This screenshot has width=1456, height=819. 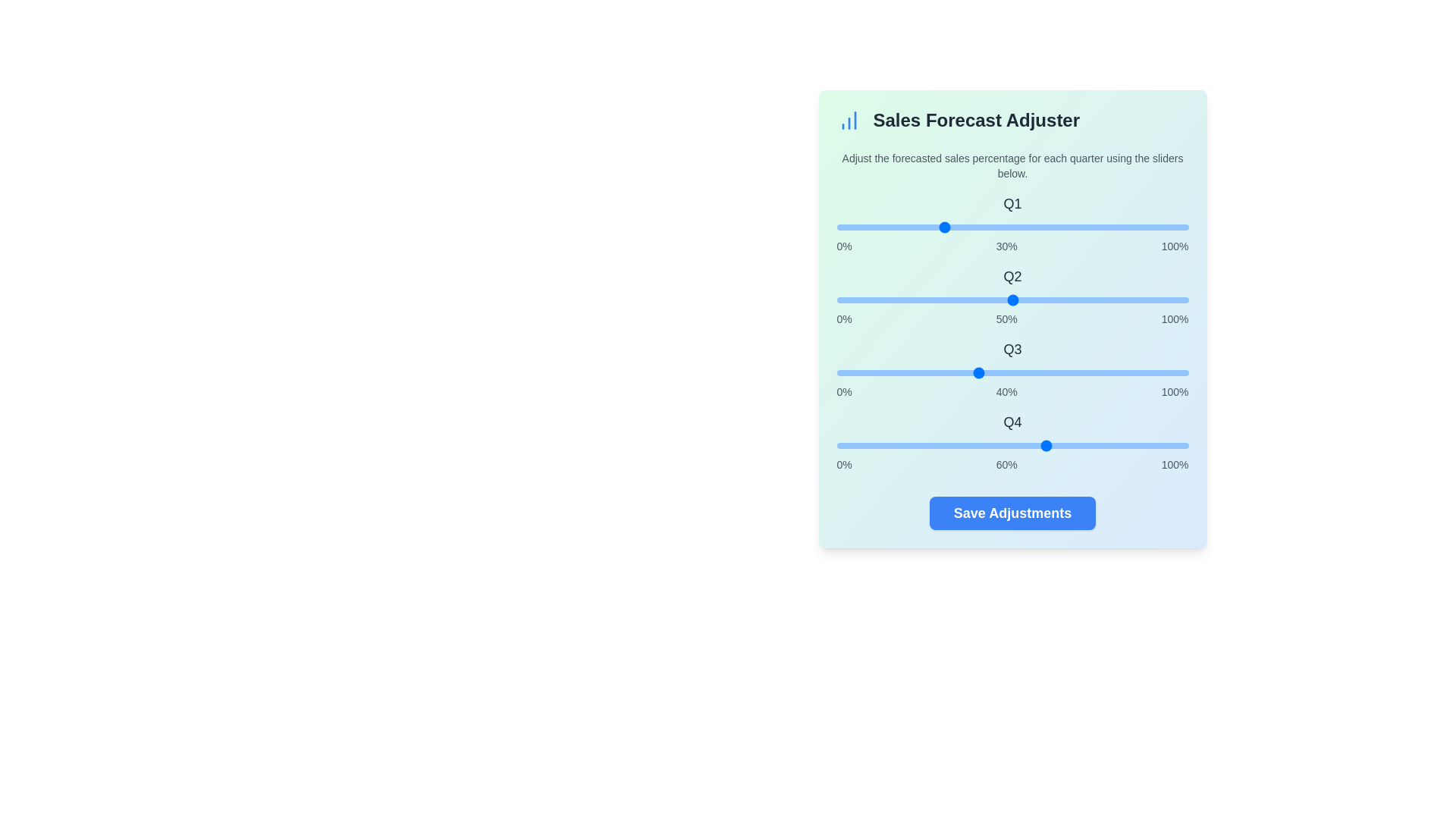 What do you see at coordinates (991, 373) in the screenshot?
I see `the Q3 slider to 44%` at bounding box center [991, 373].